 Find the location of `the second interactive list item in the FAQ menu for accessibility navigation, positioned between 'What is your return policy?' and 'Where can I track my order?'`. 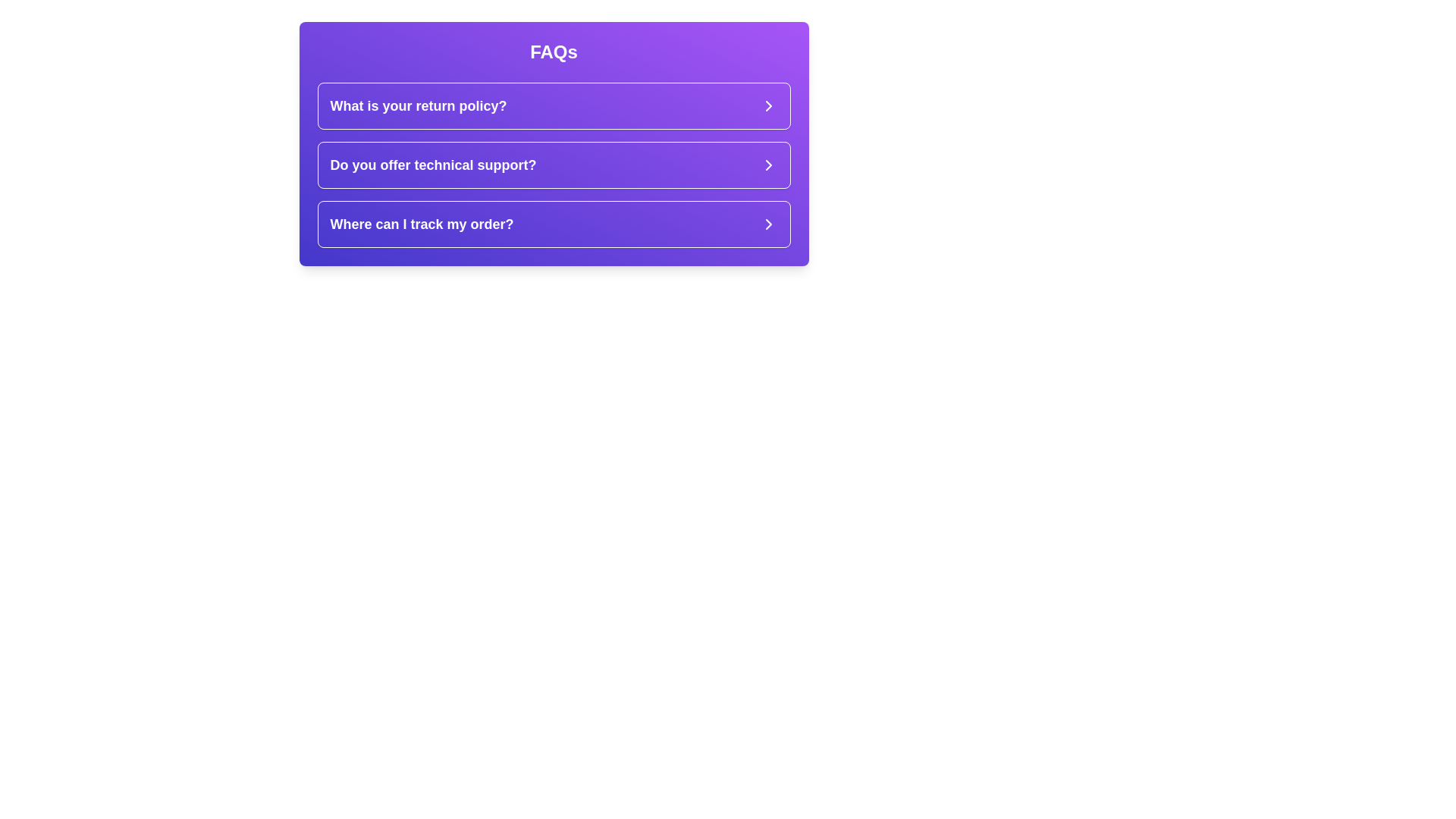

the second interactive list item in the FAQ menu for accessibility navigation, positioned between 'What is your return policy?' and 'Where can I track my order?' is located at coordinates (553, 165).